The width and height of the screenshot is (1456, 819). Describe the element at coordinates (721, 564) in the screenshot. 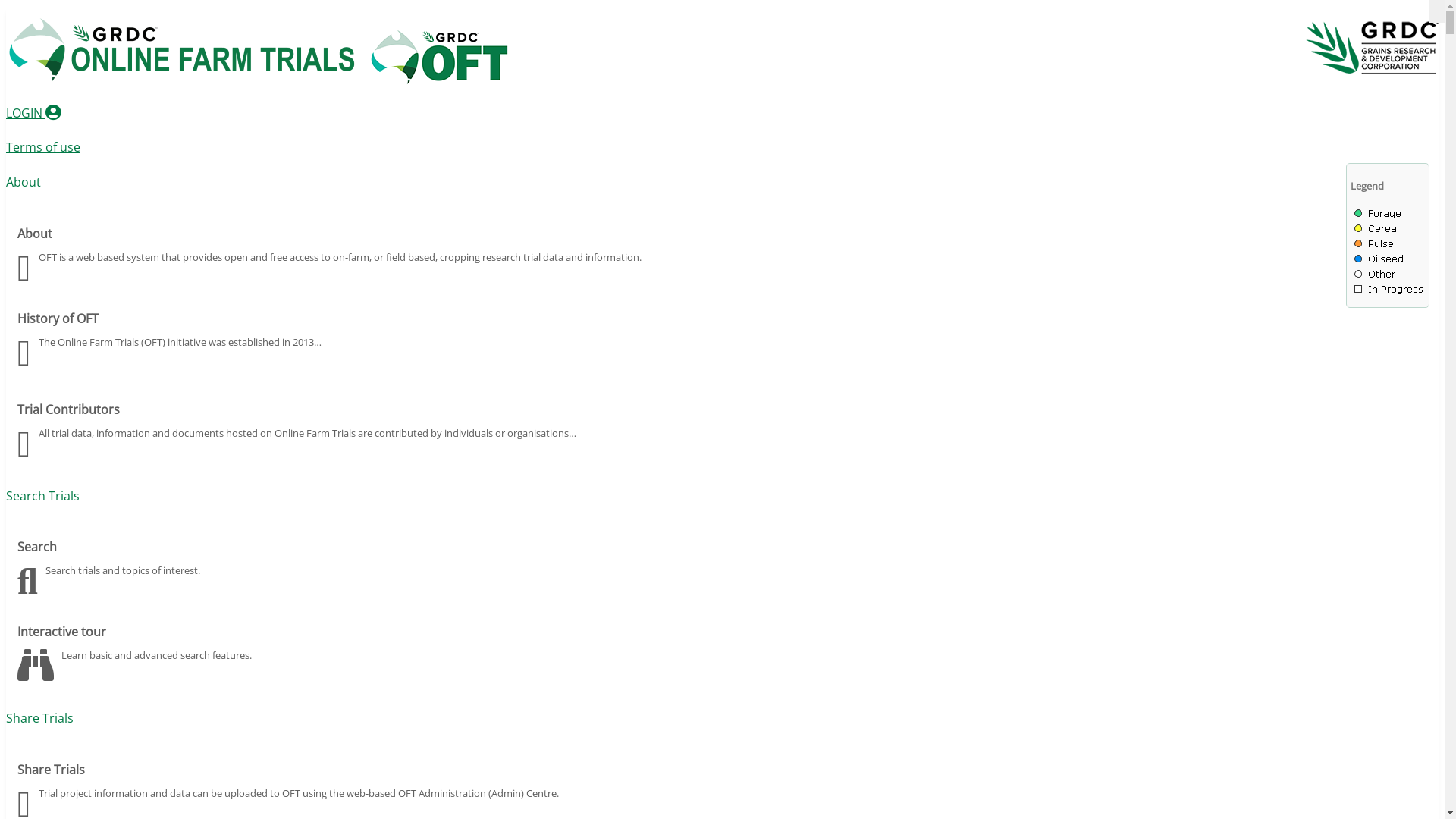

I see `'Search` at that location.